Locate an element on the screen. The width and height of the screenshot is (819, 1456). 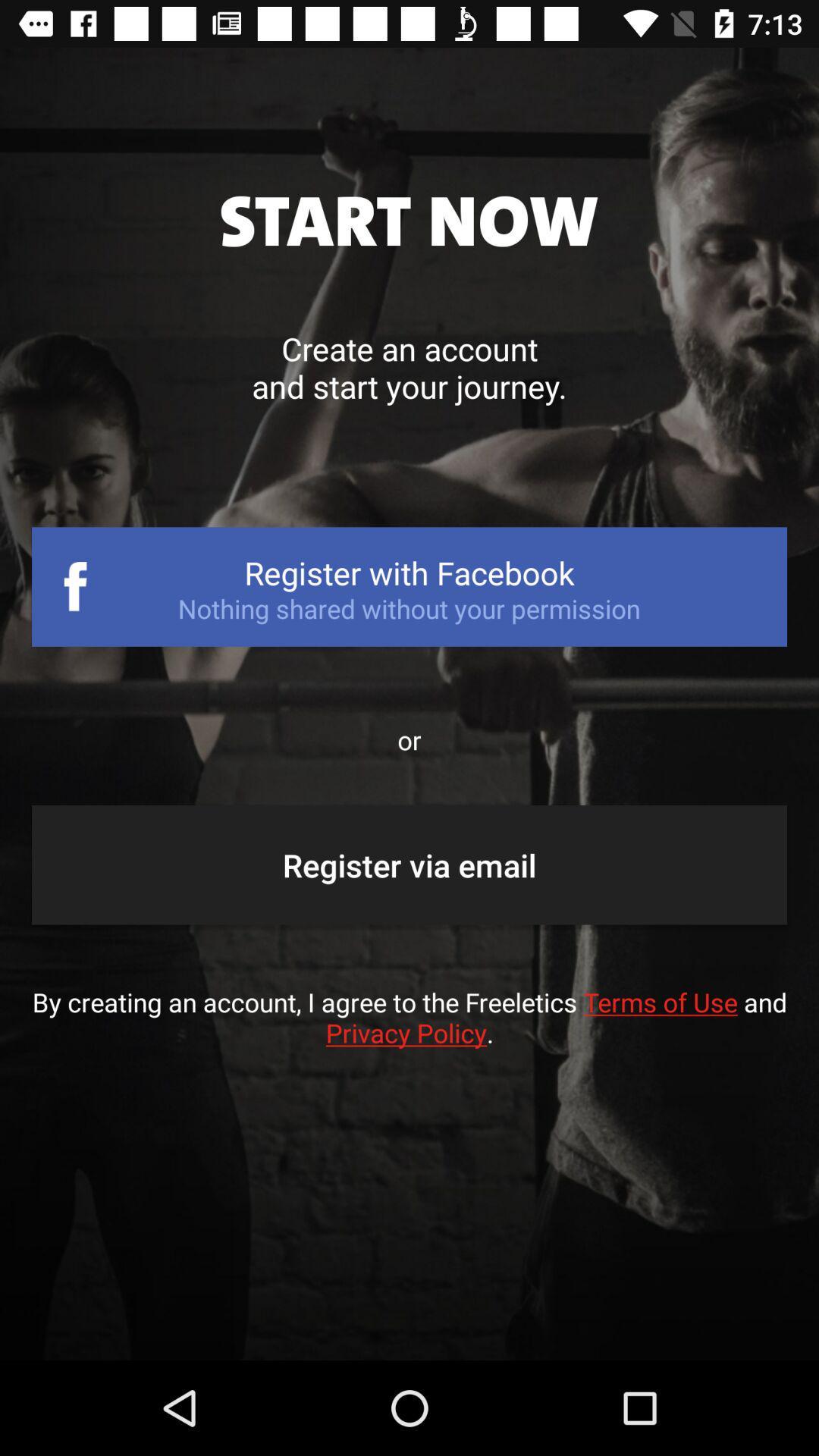
item below the register via email item is located at coordinates (409, 1032).